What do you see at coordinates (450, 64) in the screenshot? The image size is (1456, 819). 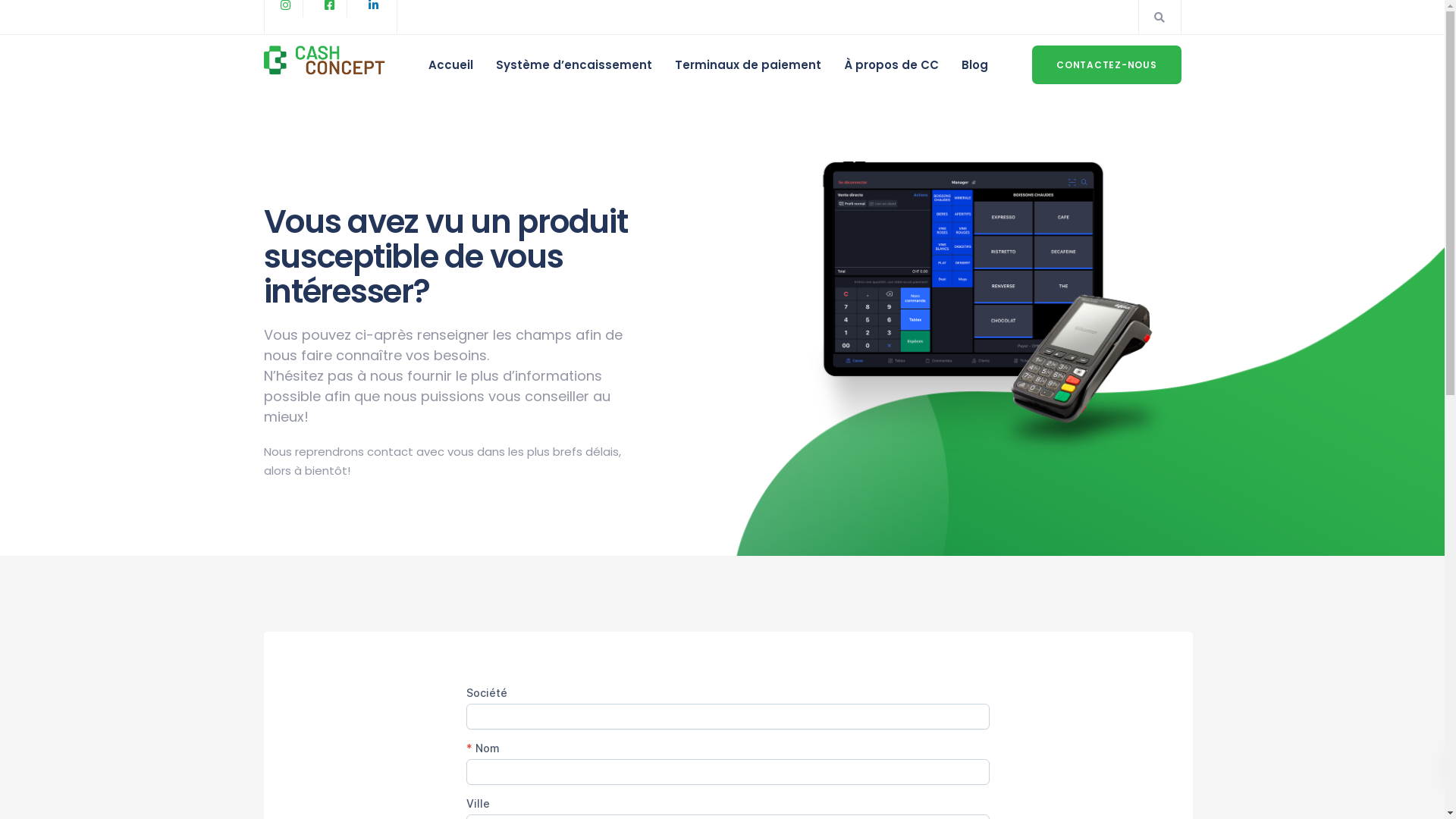 I see `'Accueil'` at bounding box center [450, 64].